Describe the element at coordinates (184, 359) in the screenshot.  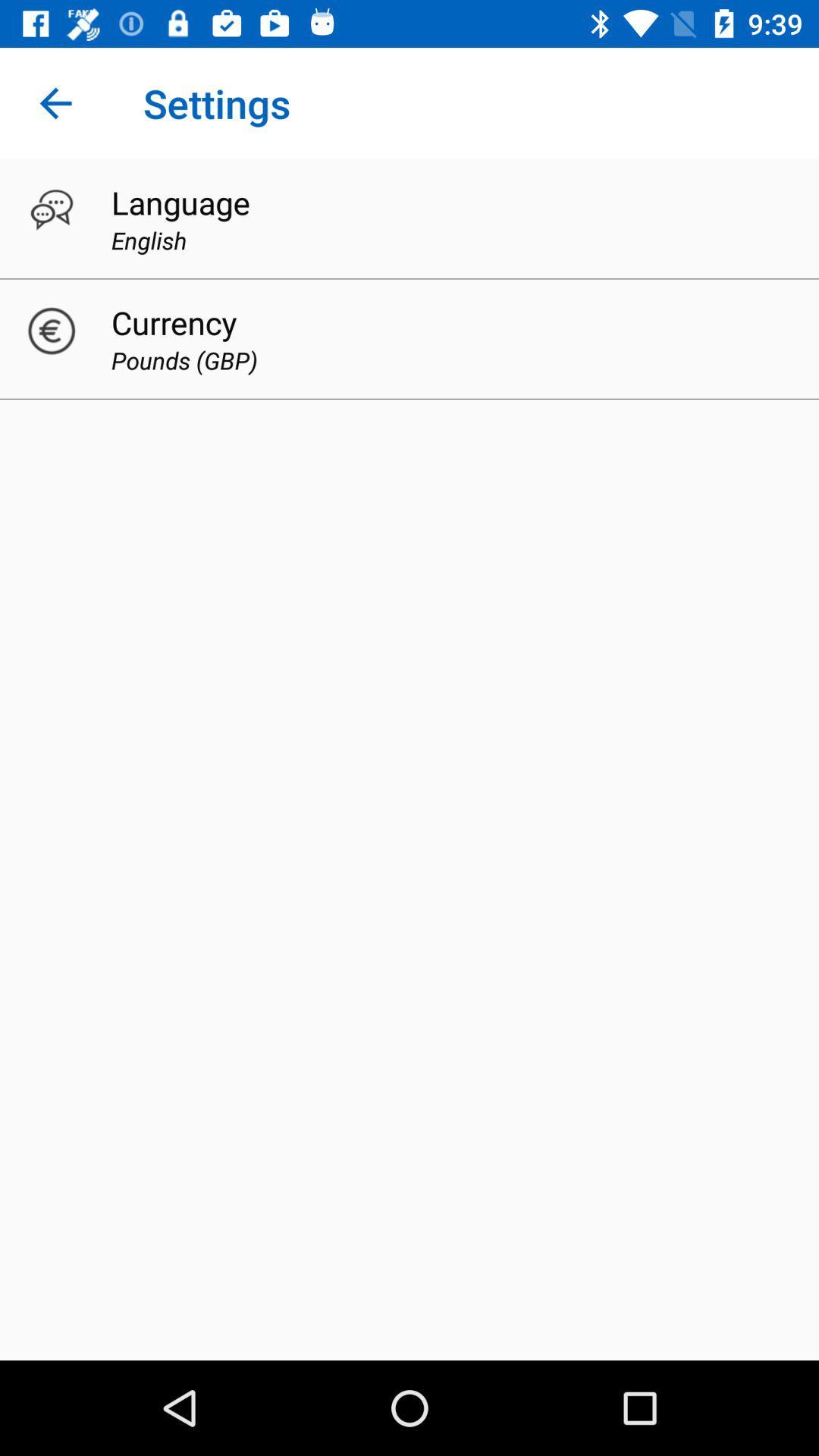
I see `the pounds (gbp) icon` at that location.